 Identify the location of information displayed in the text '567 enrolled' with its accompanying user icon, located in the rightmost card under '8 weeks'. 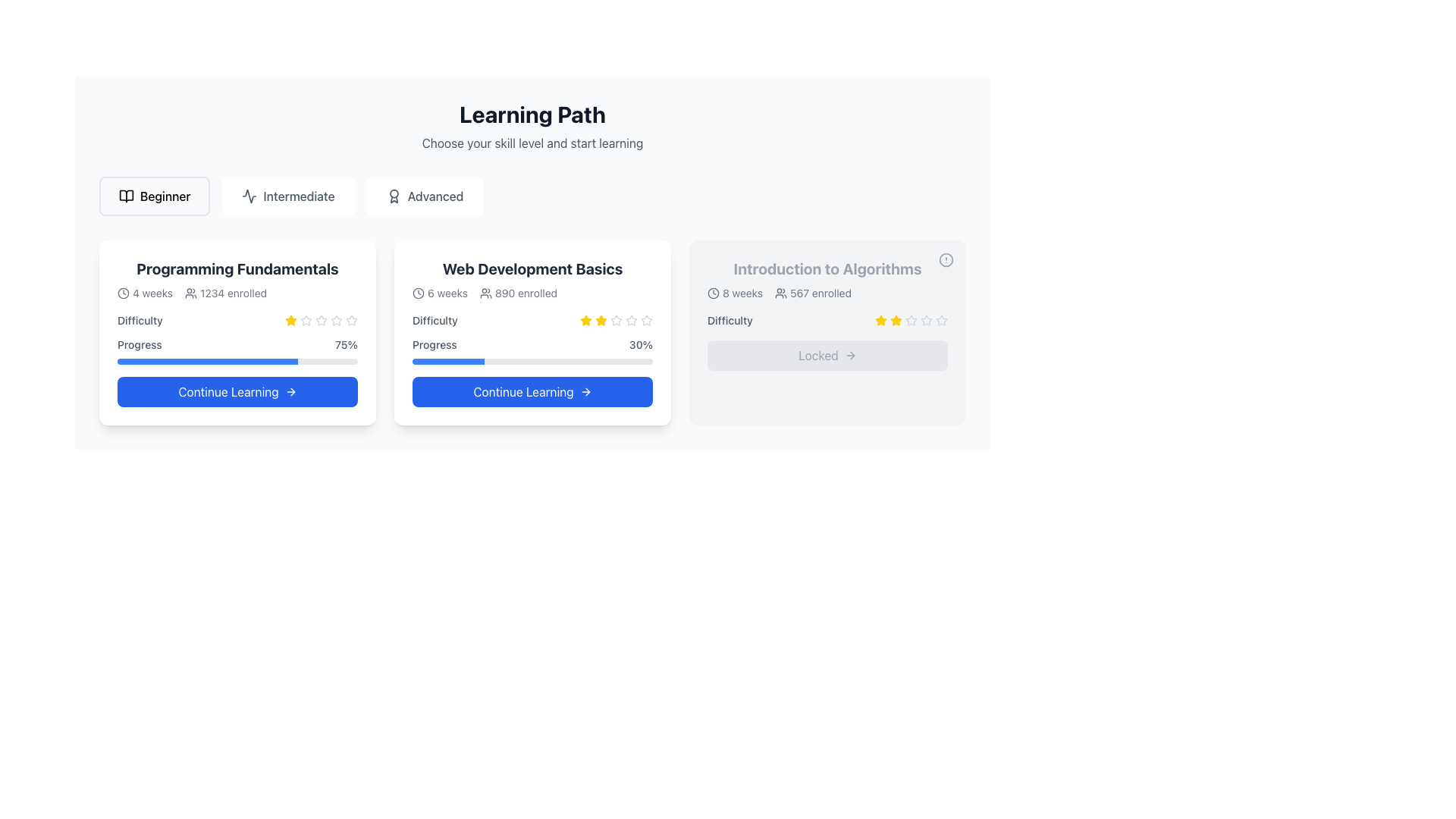
(812, 293).